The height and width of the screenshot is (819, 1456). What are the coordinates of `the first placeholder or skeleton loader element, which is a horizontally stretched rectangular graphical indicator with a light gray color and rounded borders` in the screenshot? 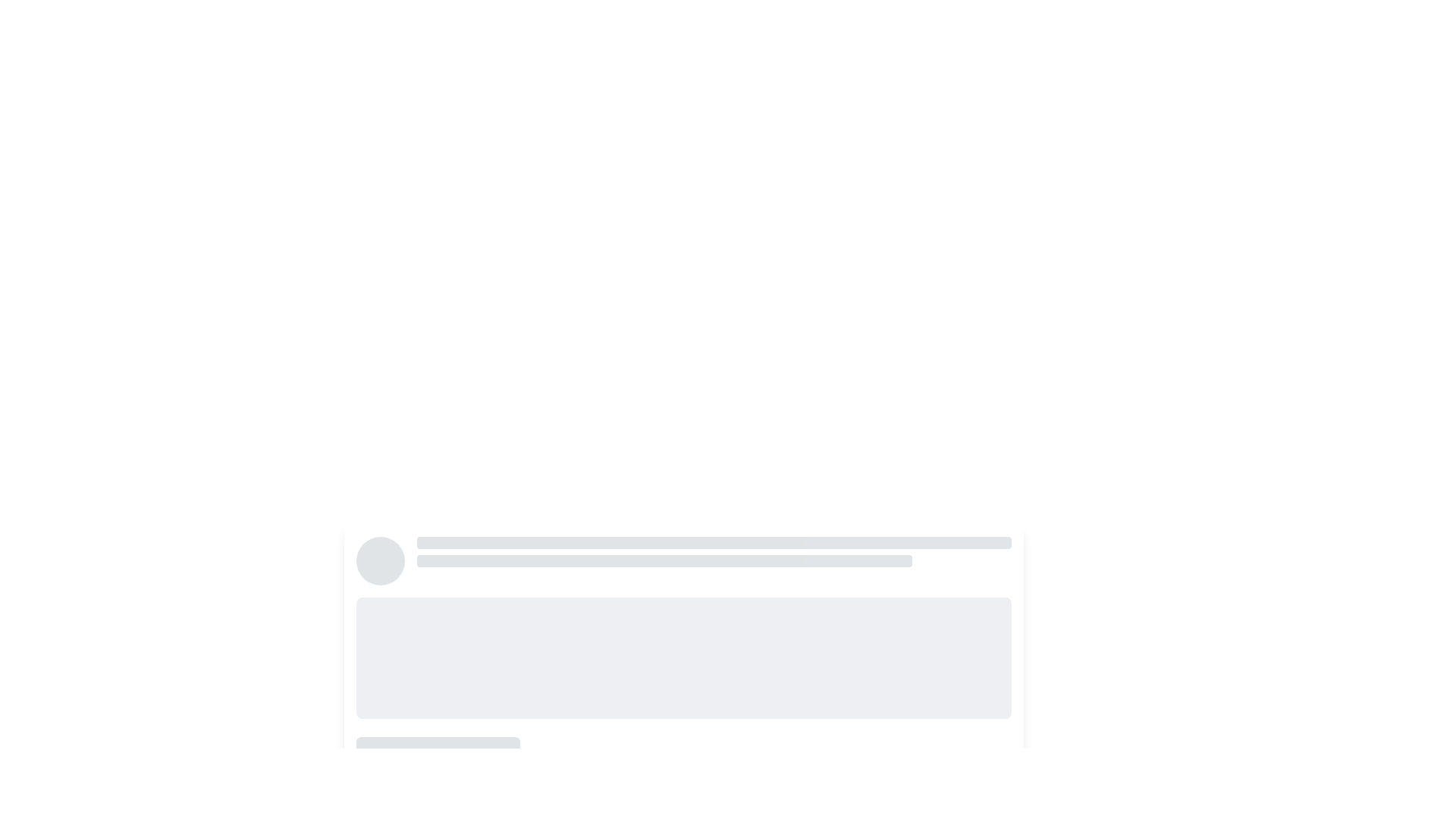 It's located at (713, 542).